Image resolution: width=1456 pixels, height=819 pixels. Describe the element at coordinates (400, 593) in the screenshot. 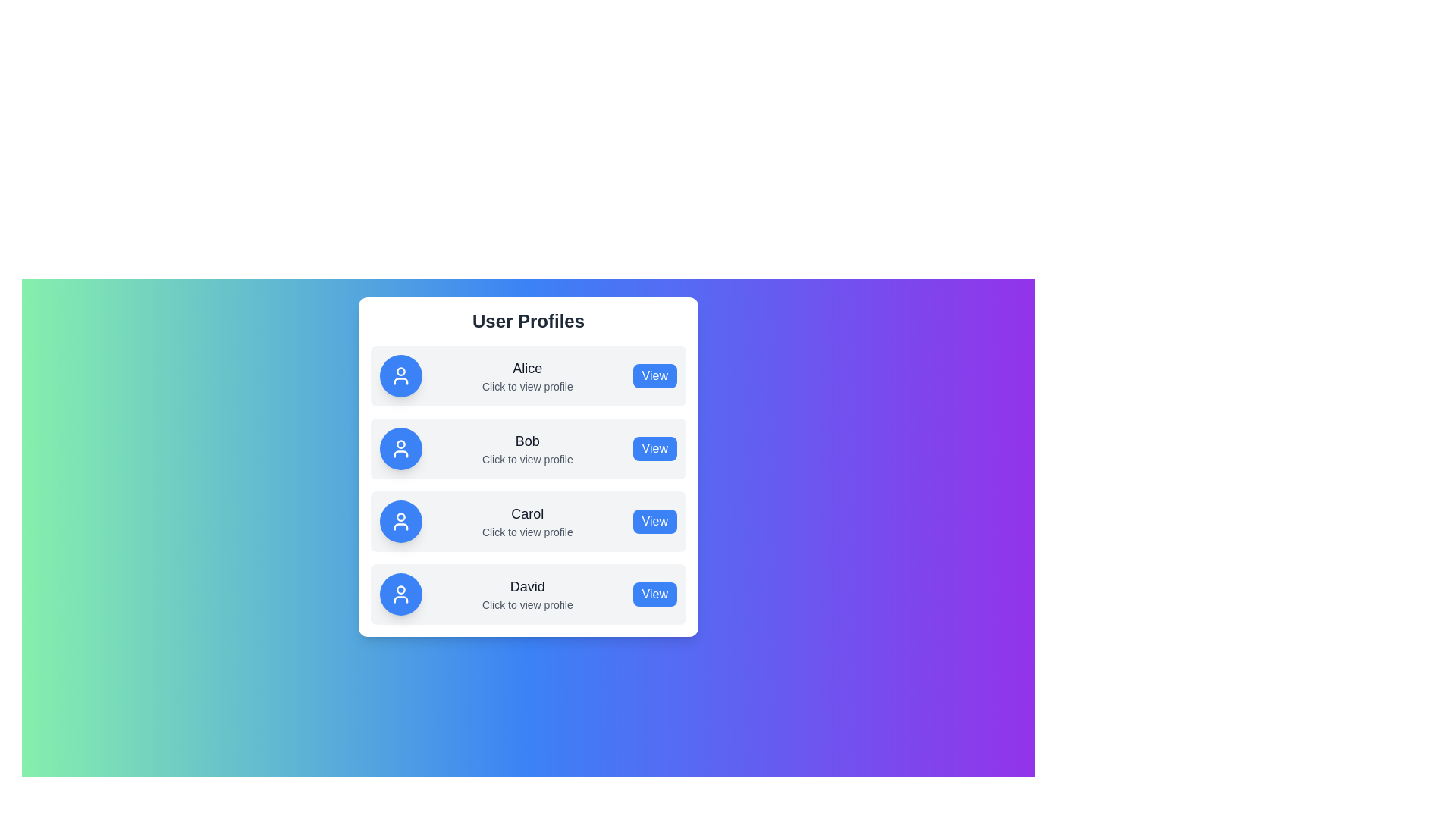

I see `the user profile SVG icon located` at that location.